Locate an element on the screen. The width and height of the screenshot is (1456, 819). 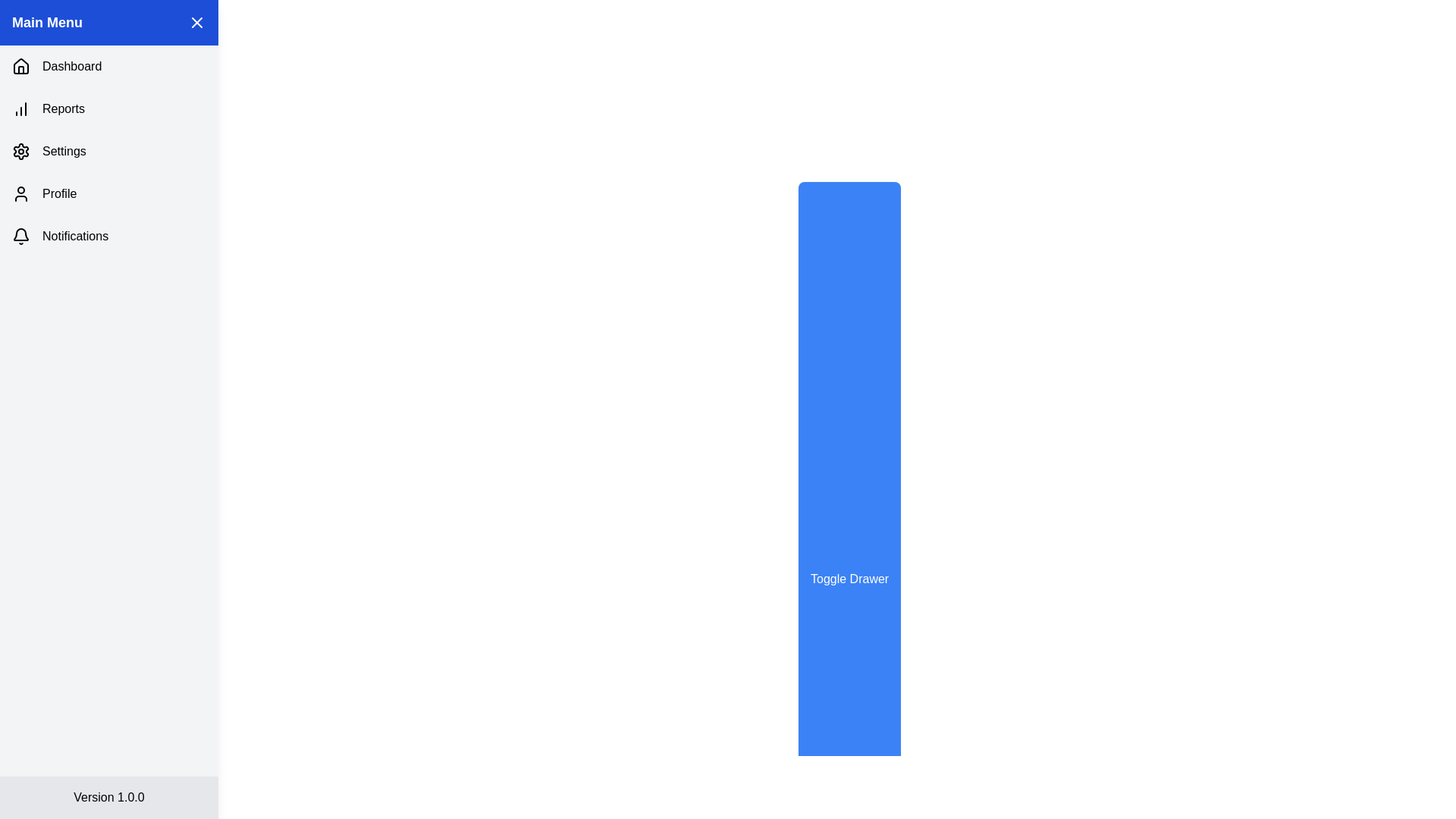
the gear icon representing settings, located in the left sidebar menu under the 'Settings' menu item is located at coordinates (21, 152).